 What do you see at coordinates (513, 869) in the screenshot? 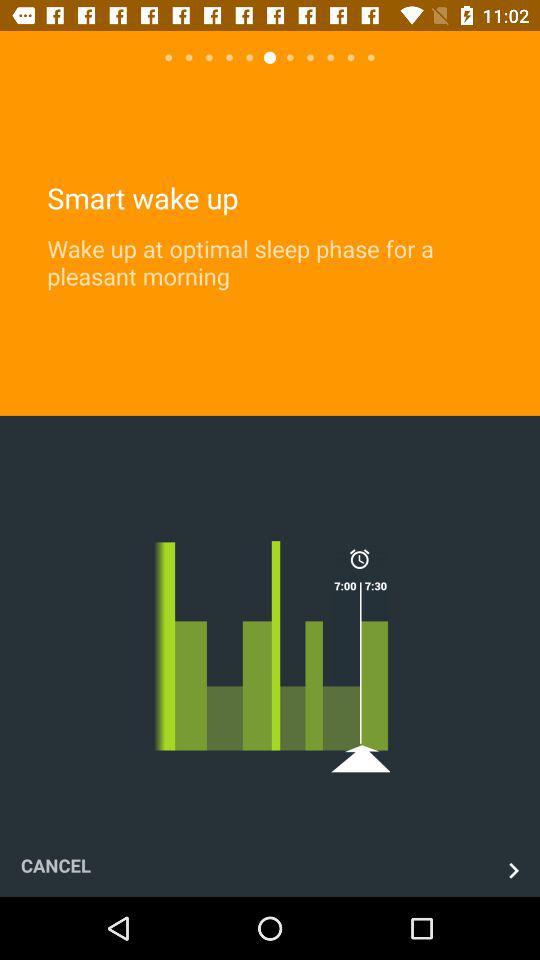
I see `continue ahead` at bounding box center [513, 869].